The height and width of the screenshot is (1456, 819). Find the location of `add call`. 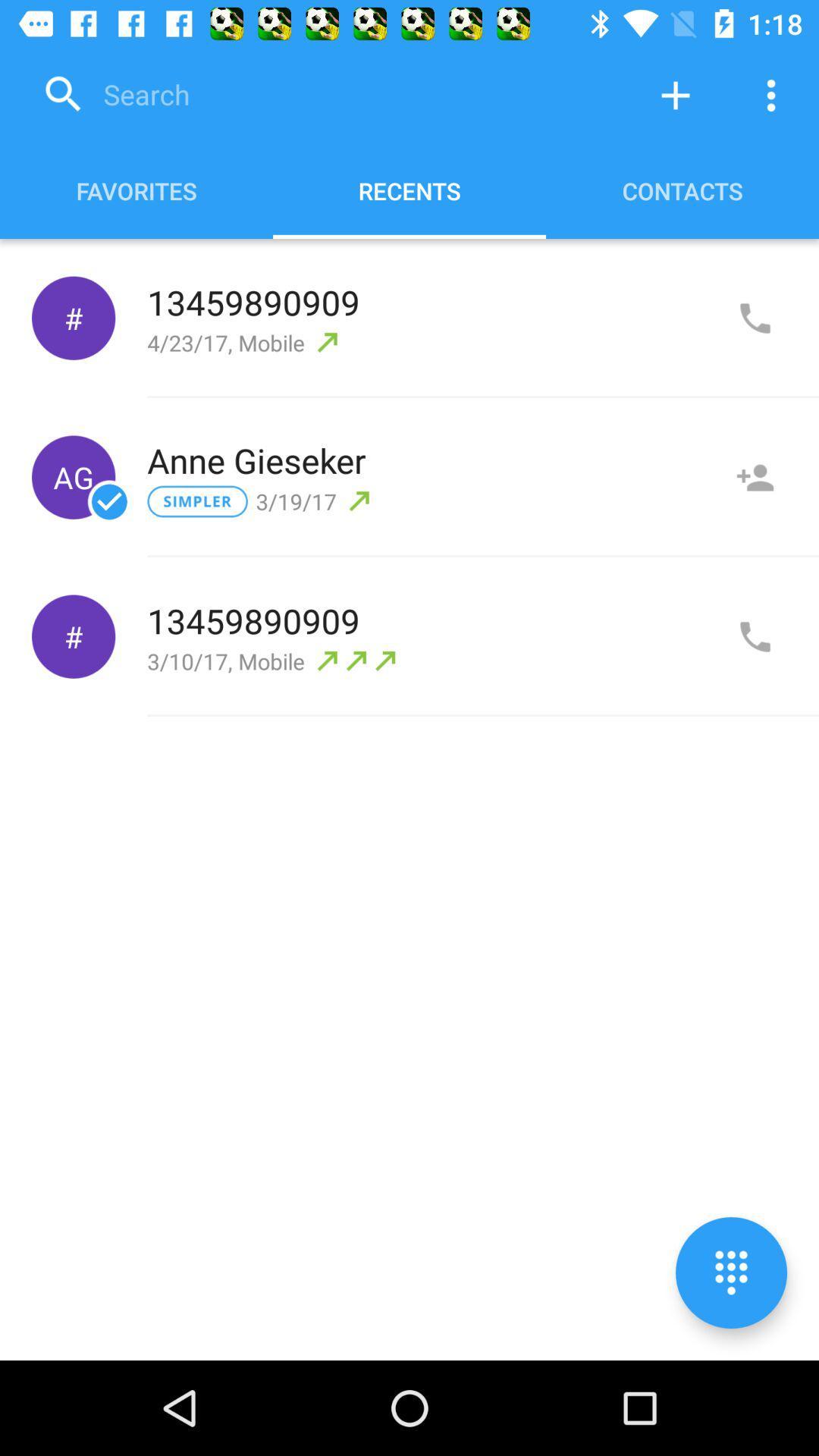

add call is located at coordinates (755, 318).